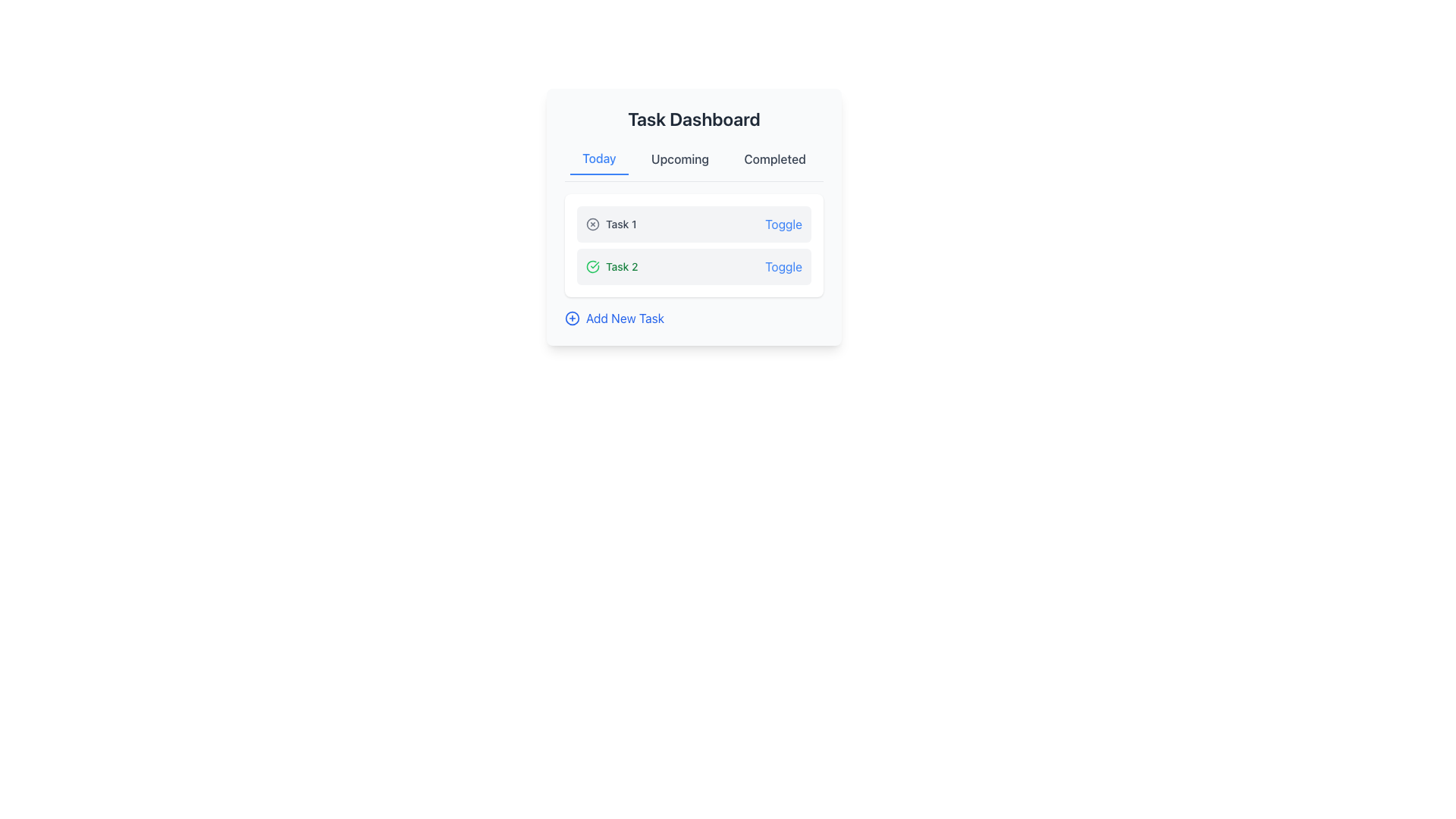 This screenshot has height=819, width=1456. Describe the element at coordinates (592, 224) in the screenshot. I see `the circular SVG graphic element with a gray outline located inside the 'Task 1' card, positioned to the left of the text 'Task 1', under the 'Today' tab in the 'Task Dashboard'` at that location.